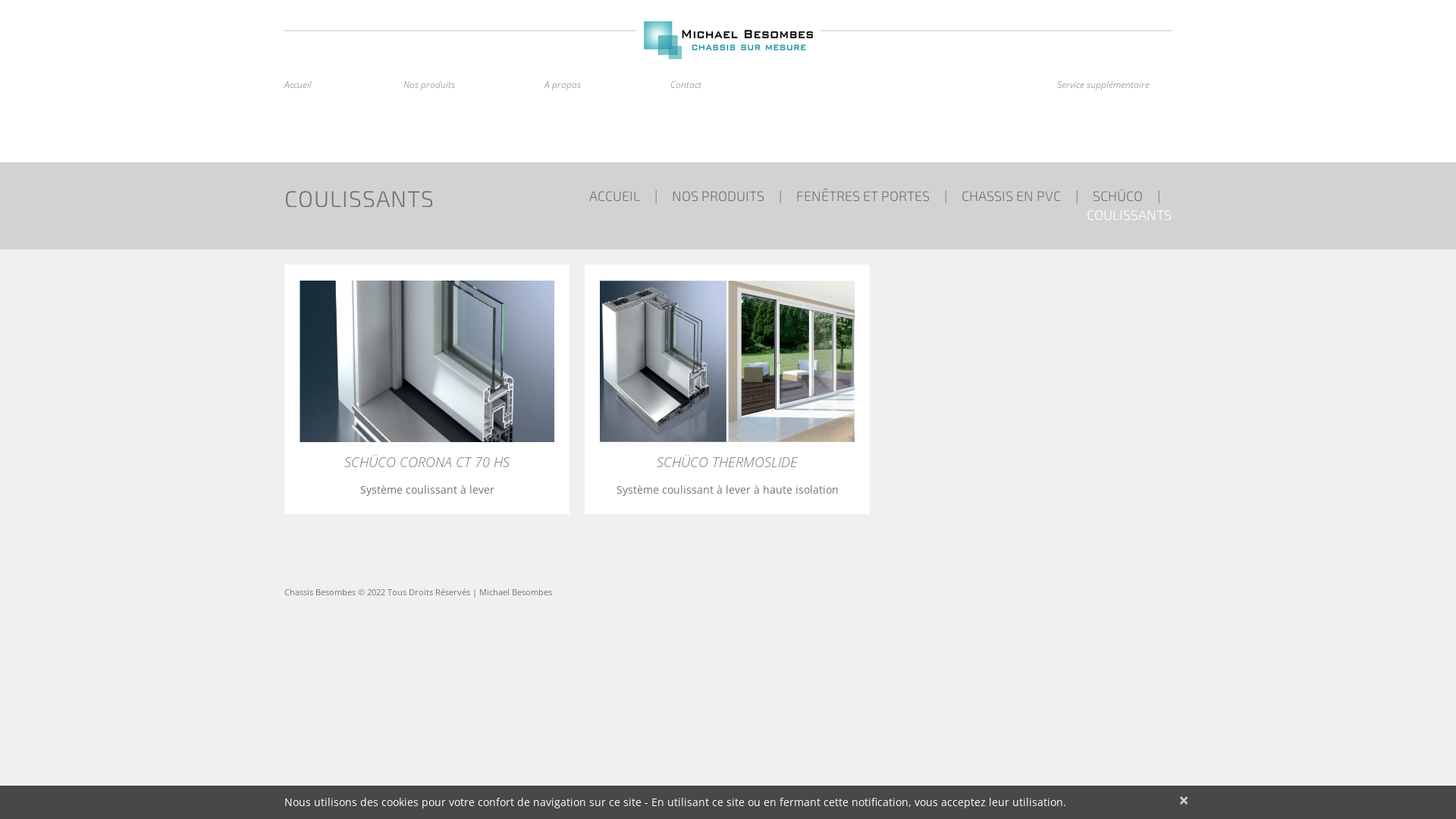 The image size is (1456, 819). What do you see at coordinates (671, 195) in the screenshot?
I see `'NOS PRODUITS'` at bounding box center [671, 195].